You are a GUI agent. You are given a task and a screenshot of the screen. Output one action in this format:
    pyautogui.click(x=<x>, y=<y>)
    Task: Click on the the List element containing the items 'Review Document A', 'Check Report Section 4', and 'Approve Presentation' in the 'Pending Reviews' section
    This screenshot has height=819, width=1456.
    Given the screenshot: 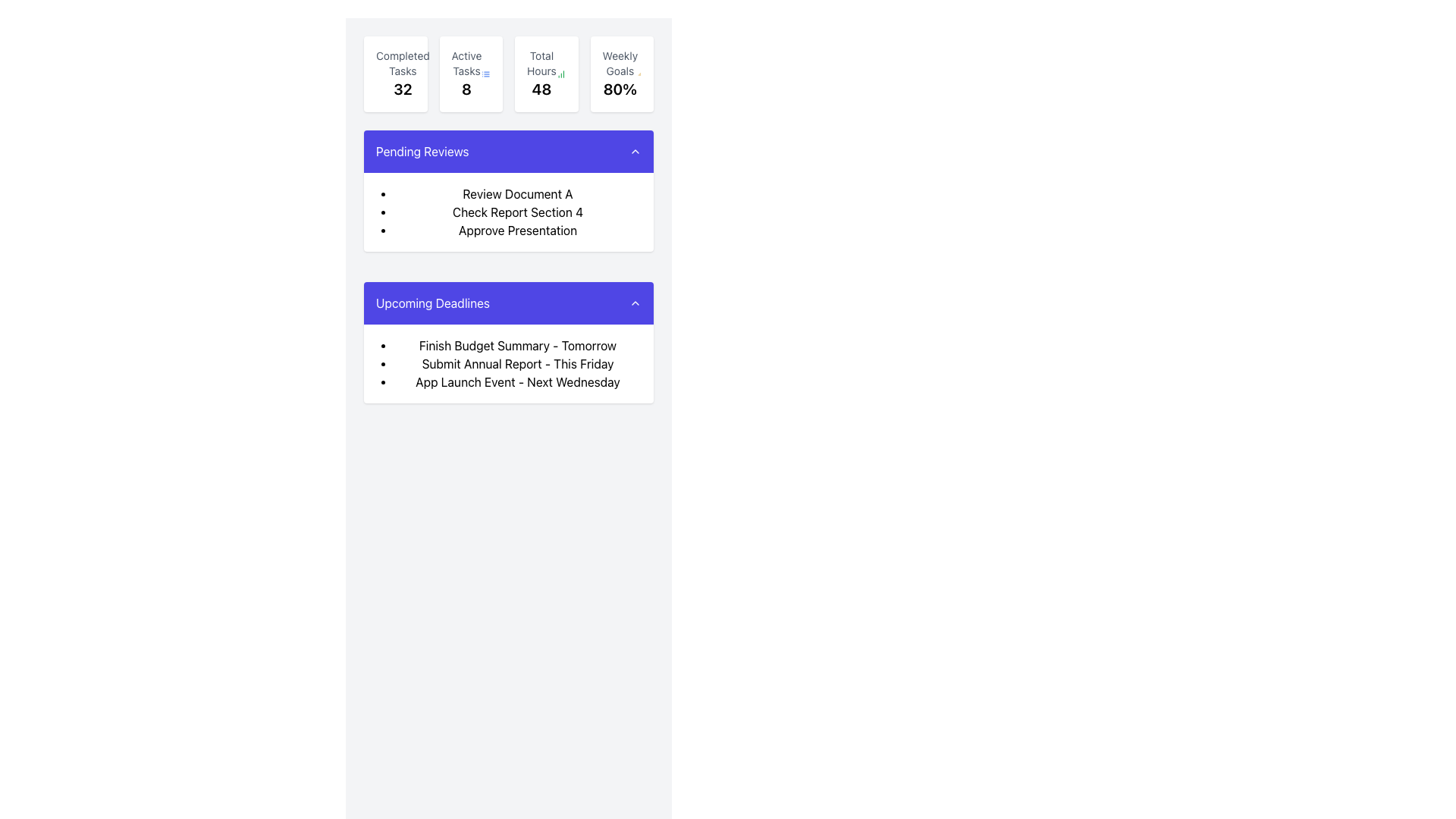 What is the action you would take?
    pyautogui.click(x=517, y=212)
    